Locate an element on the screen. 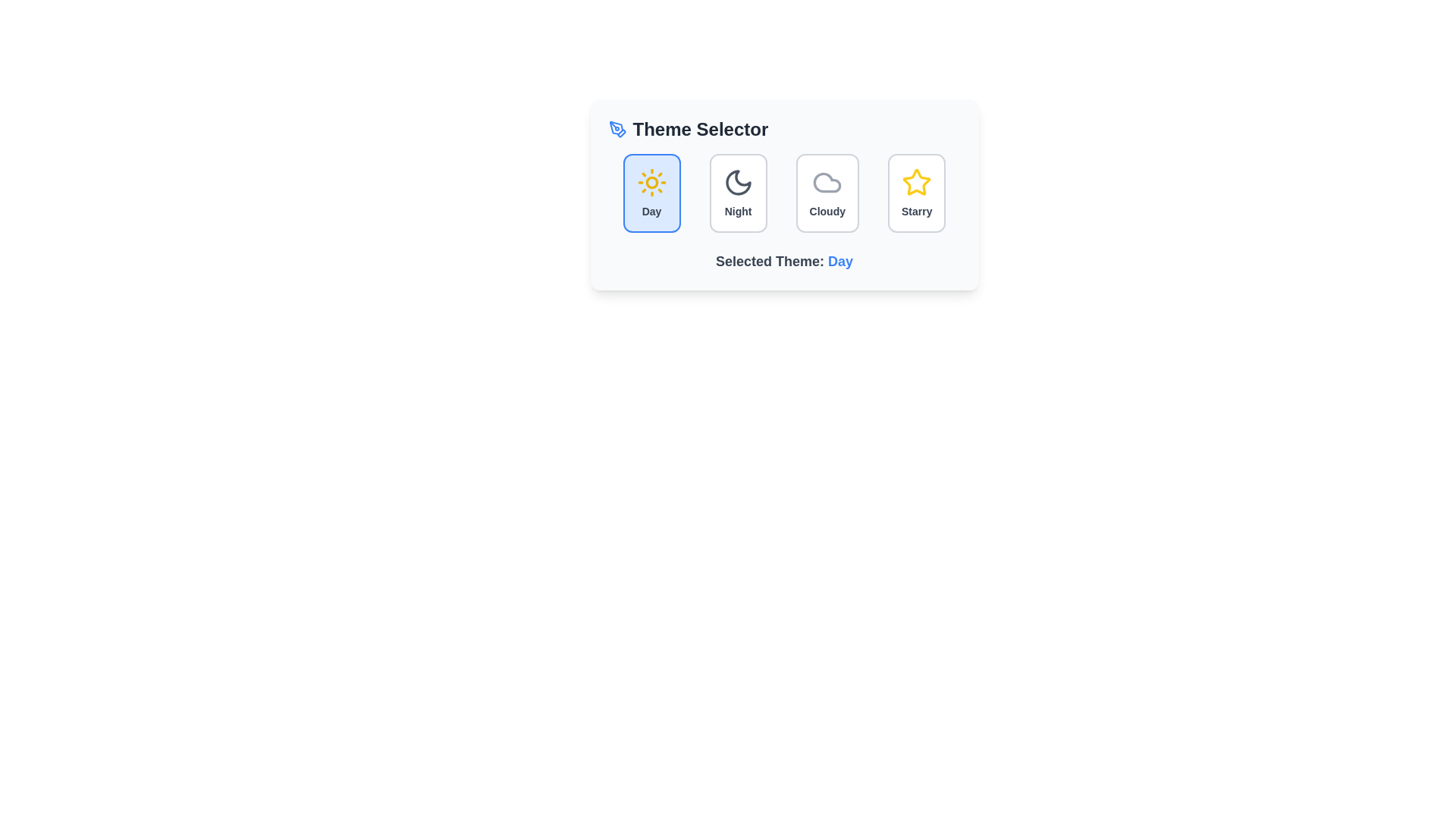 Image resolution: width=1456 pixels, height=819 pixels. the static text label identifying the 'Cloudy' theme option located in the third option group of the theme selection interface, positioned beneath the cloud-shaped icon is located at coordinates (827, 211).